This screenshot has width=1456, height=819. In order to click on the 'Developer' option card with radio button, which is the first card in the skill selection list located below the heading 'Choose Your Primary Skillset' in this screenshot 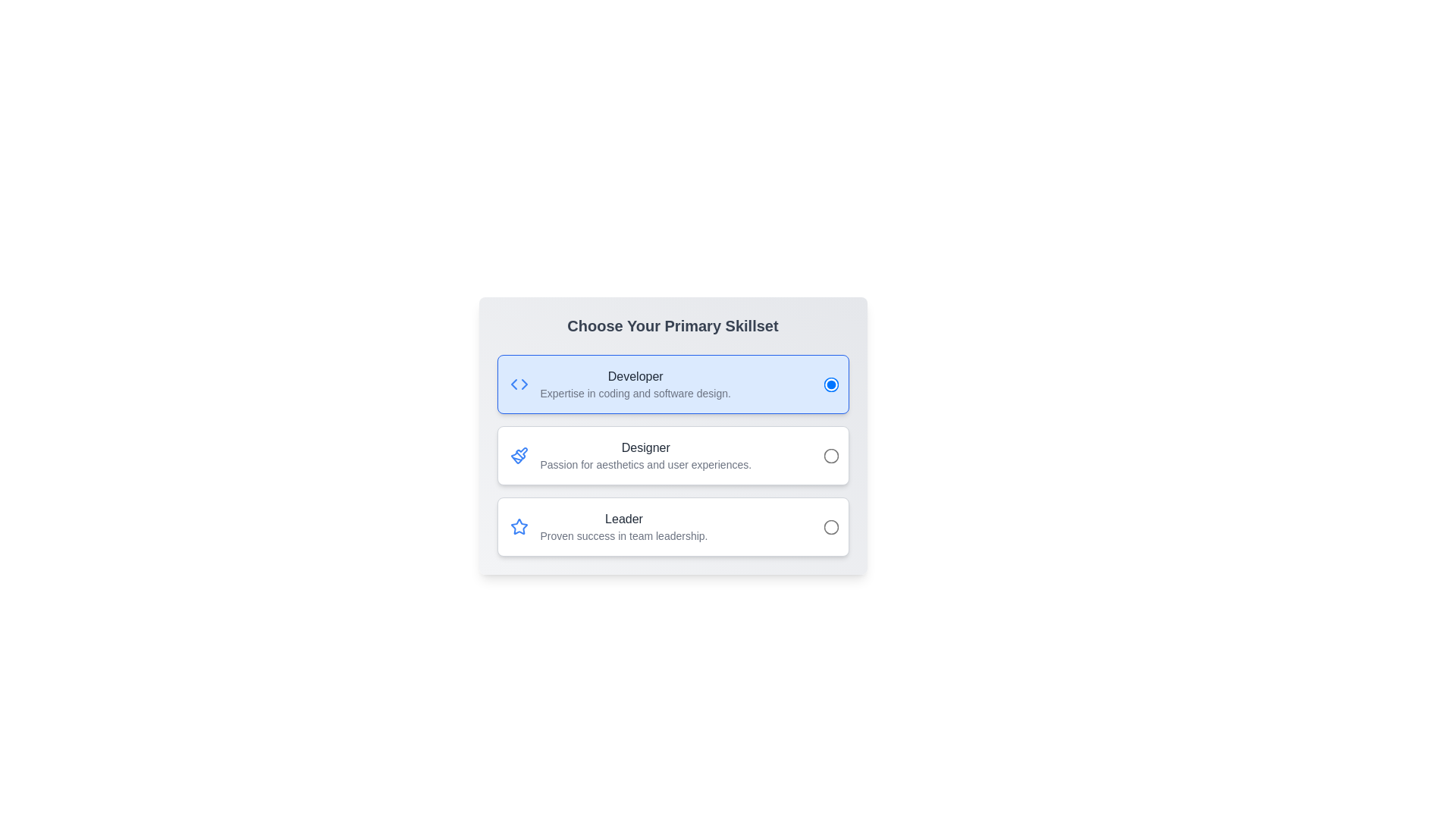, I will do `click(672, 383)`.